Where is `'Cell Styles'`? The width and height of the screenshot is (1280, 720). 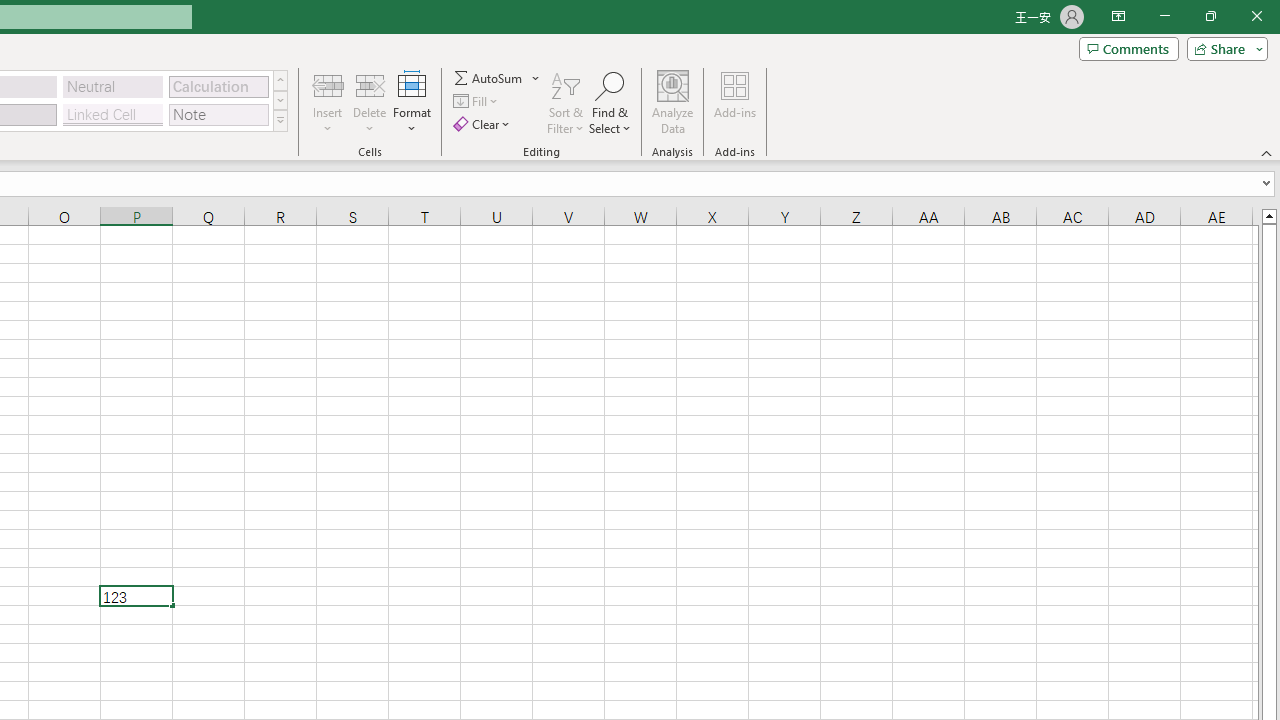 'Cell Styles' is located at coordinates (279, 120).